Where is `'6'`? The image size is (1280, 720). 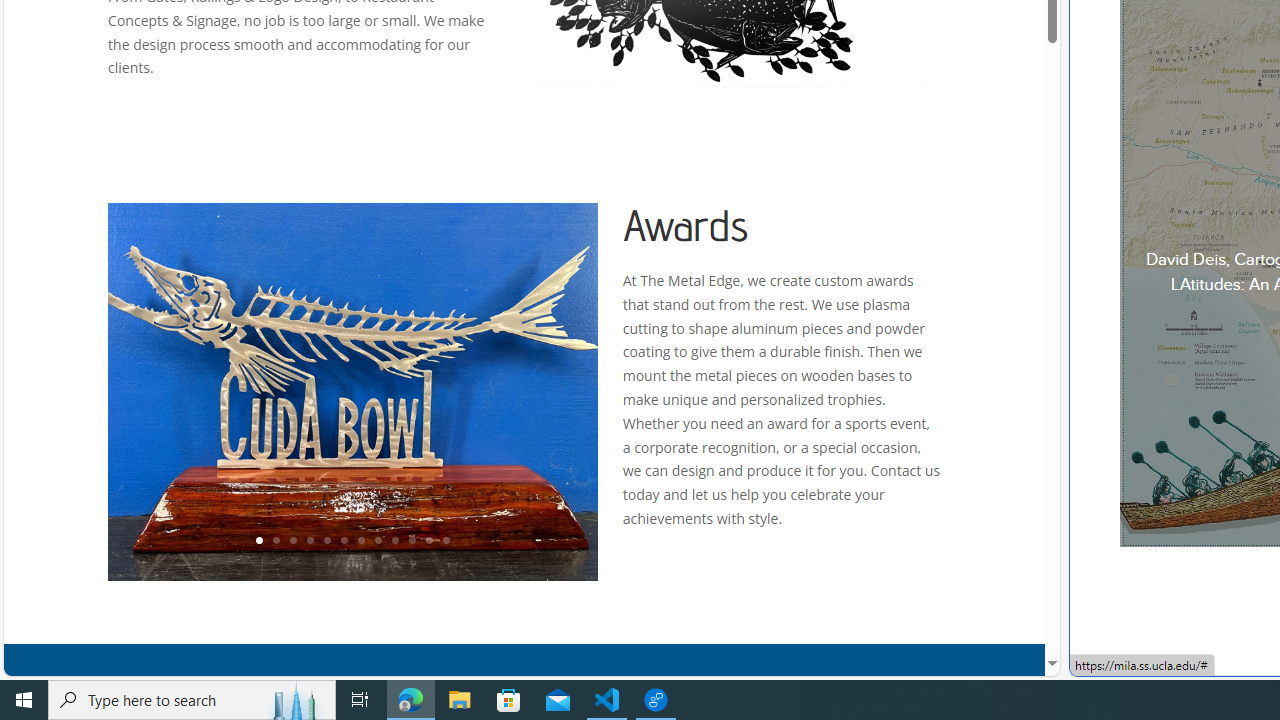
'6' is located at coordinates (344, 541).